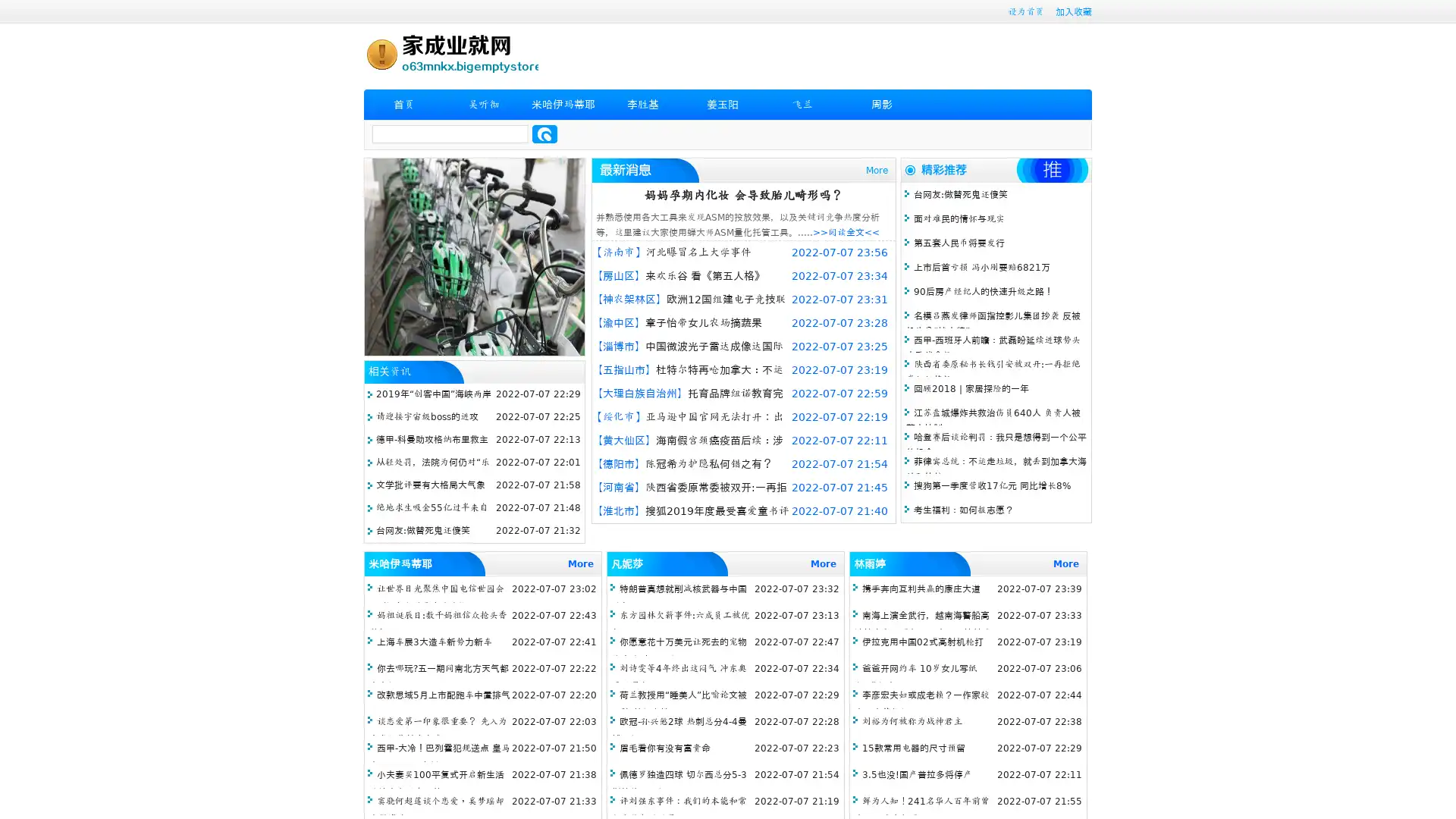  Describe the element at coordinates (544, 133) in the screenshot. I see `Search` at that location.